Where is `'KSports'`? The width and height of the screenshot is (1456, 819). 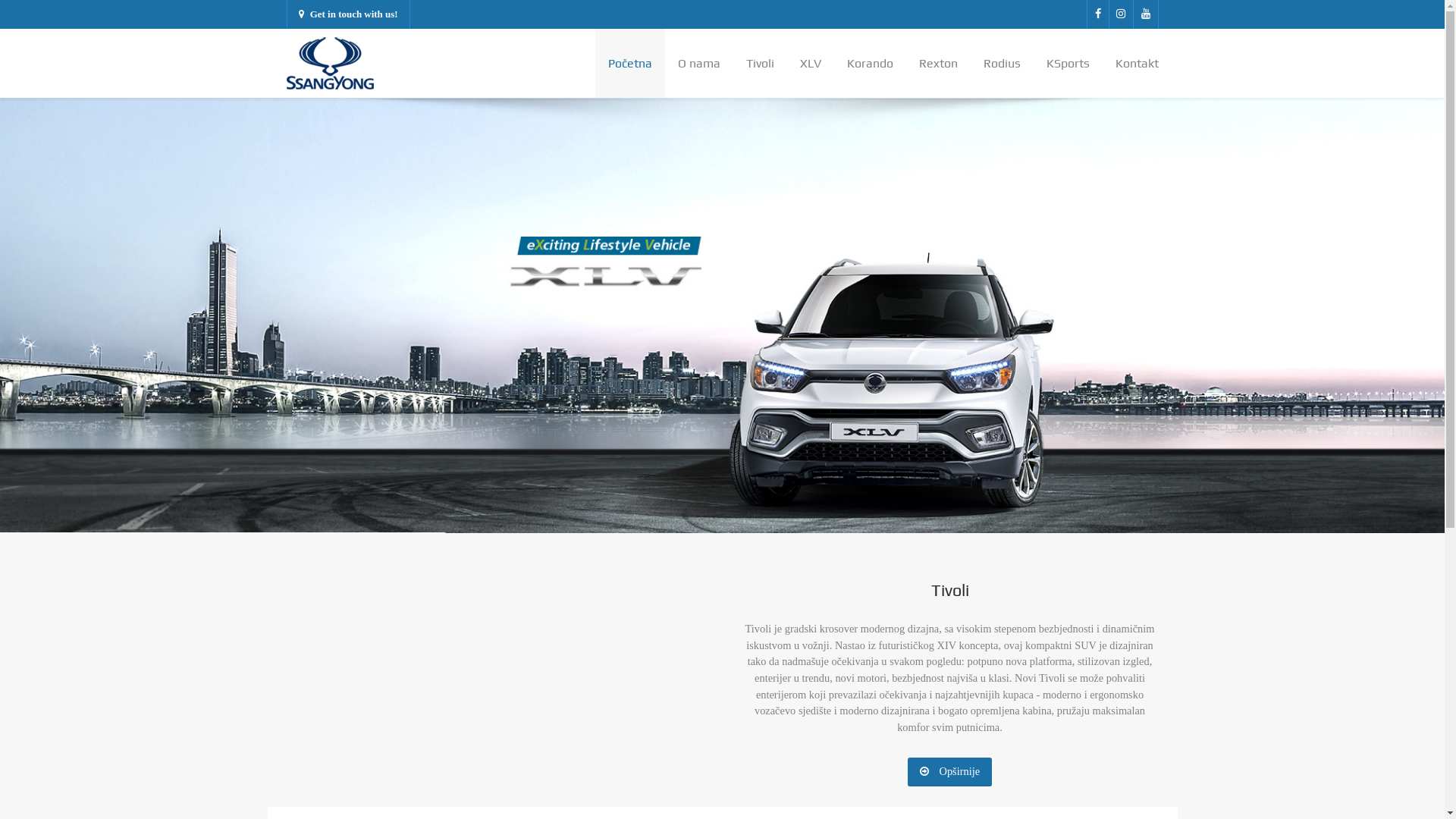
'KSports' is located at coordinates (1066, 62).